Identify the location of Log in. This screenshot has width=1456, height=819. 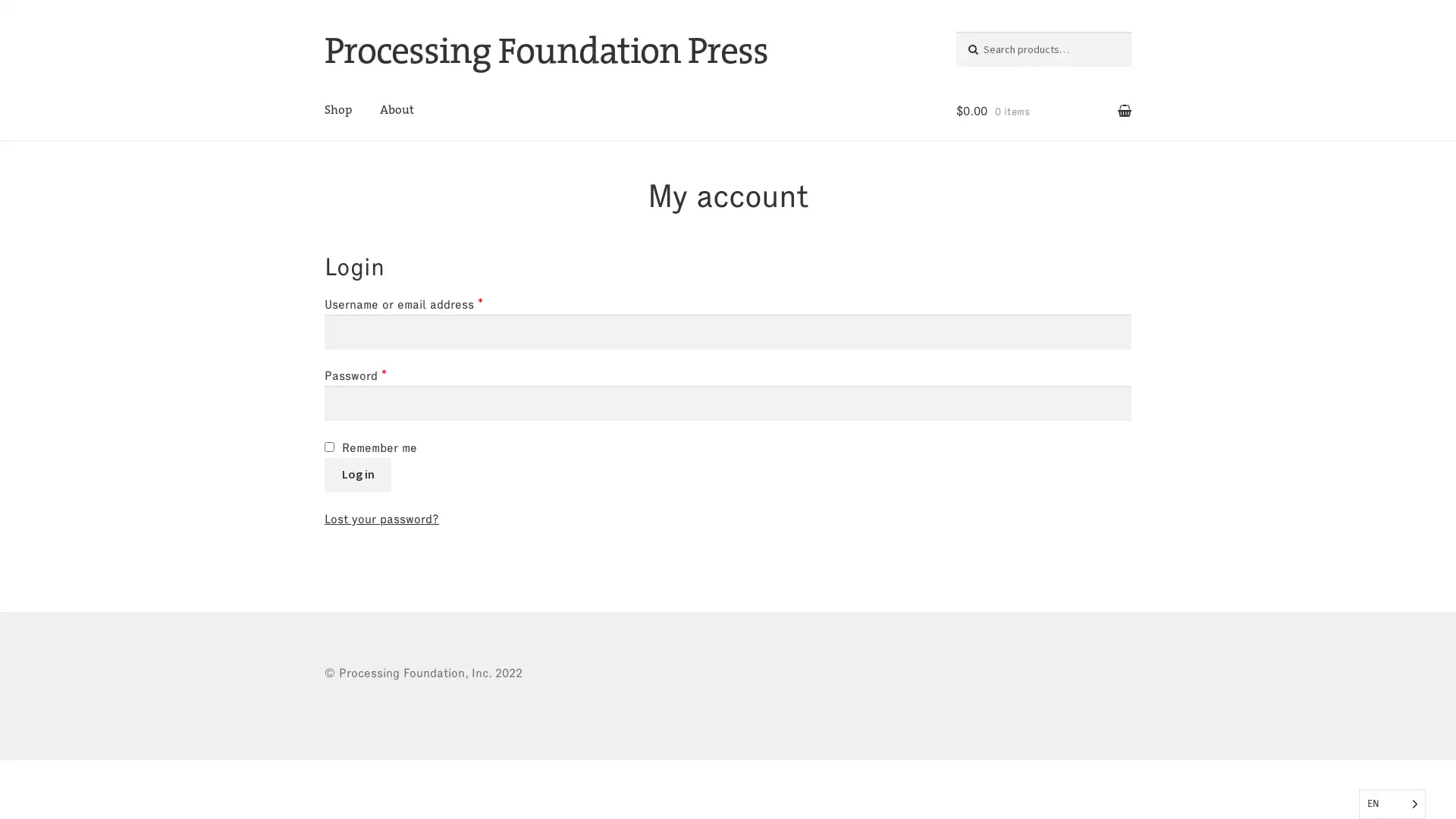
(356, 473).